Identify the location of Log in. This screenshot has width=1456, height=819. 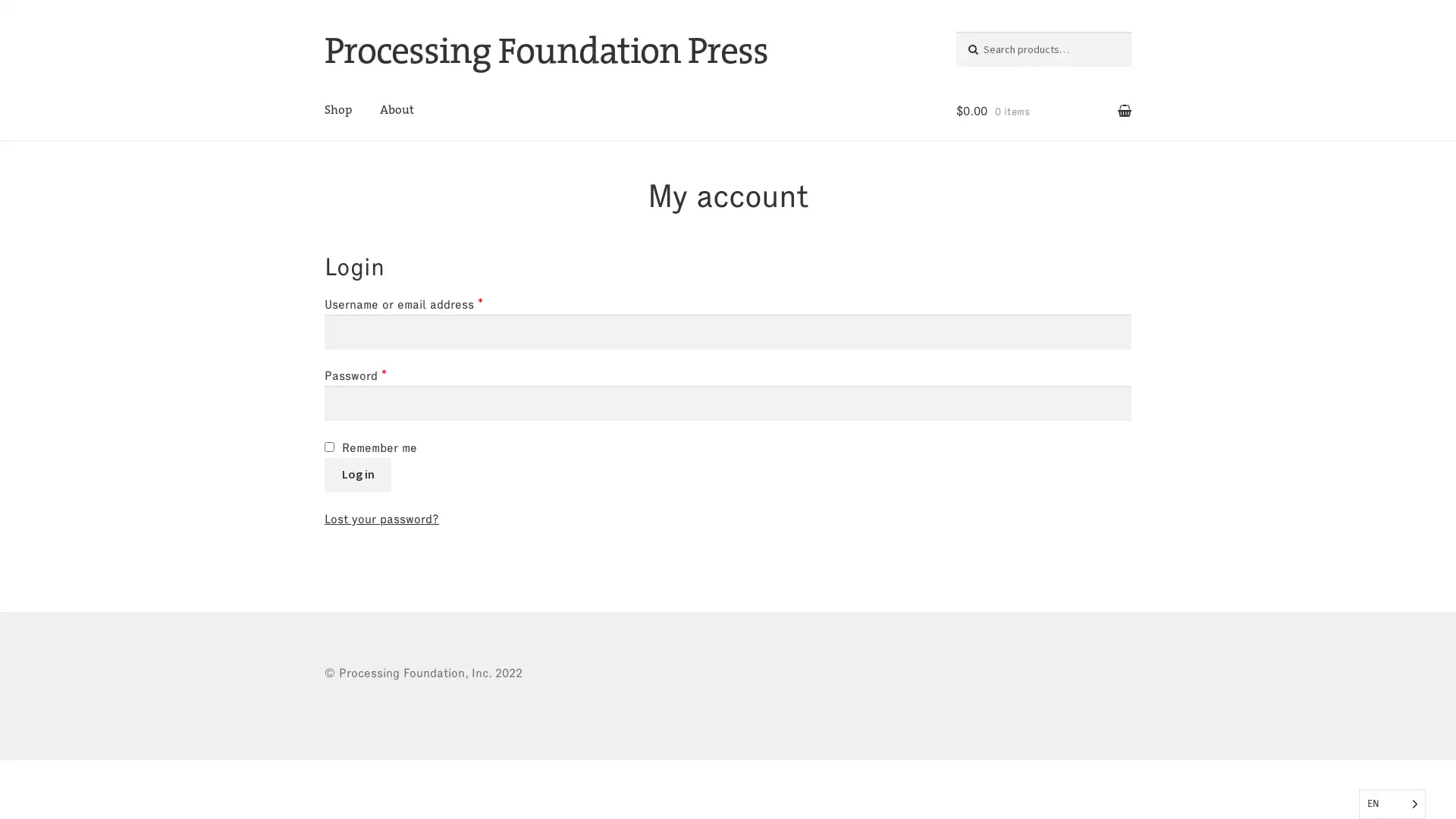
(356, 473).